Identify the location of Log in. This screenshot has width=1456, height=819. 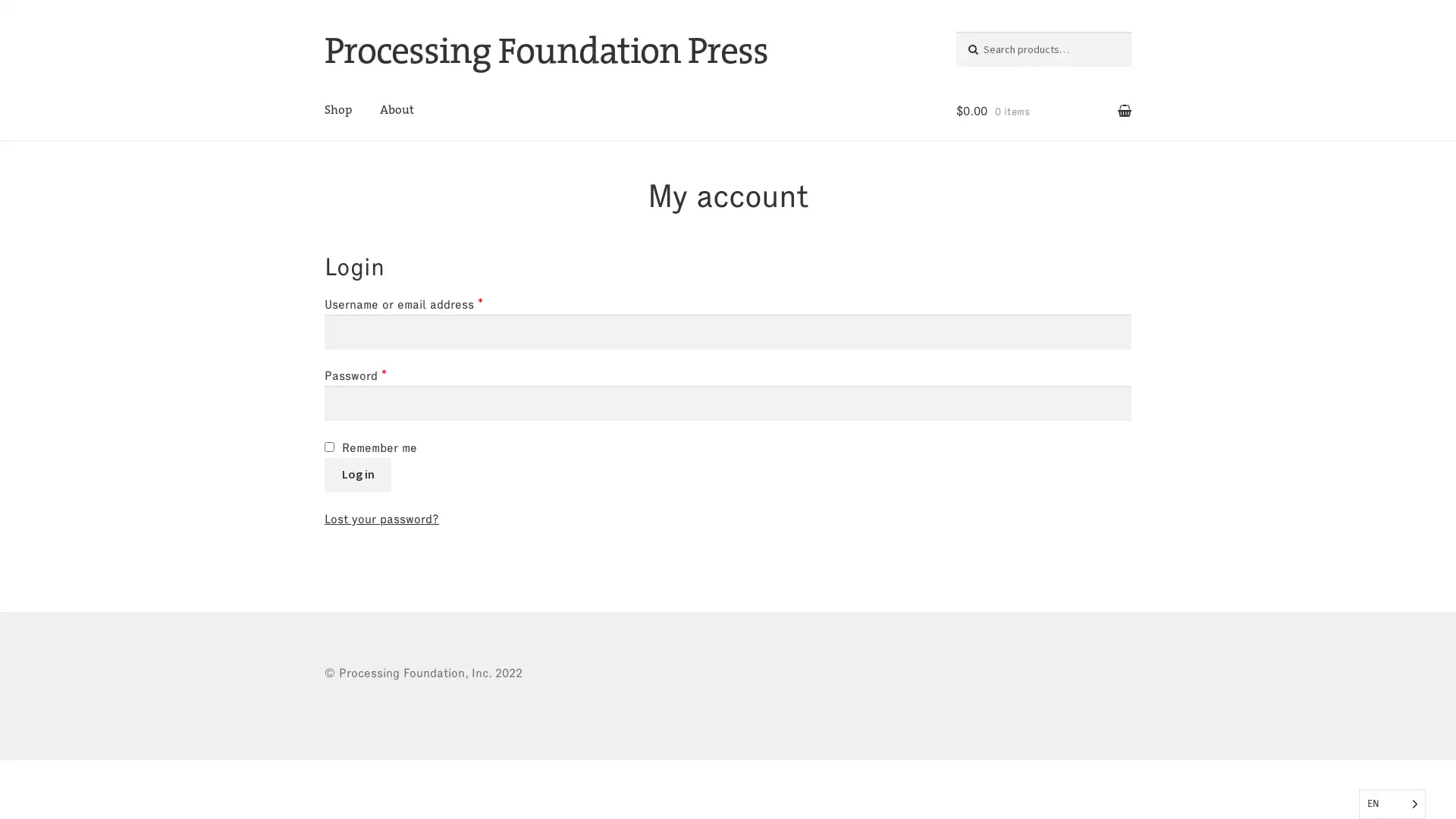
(356, 473).